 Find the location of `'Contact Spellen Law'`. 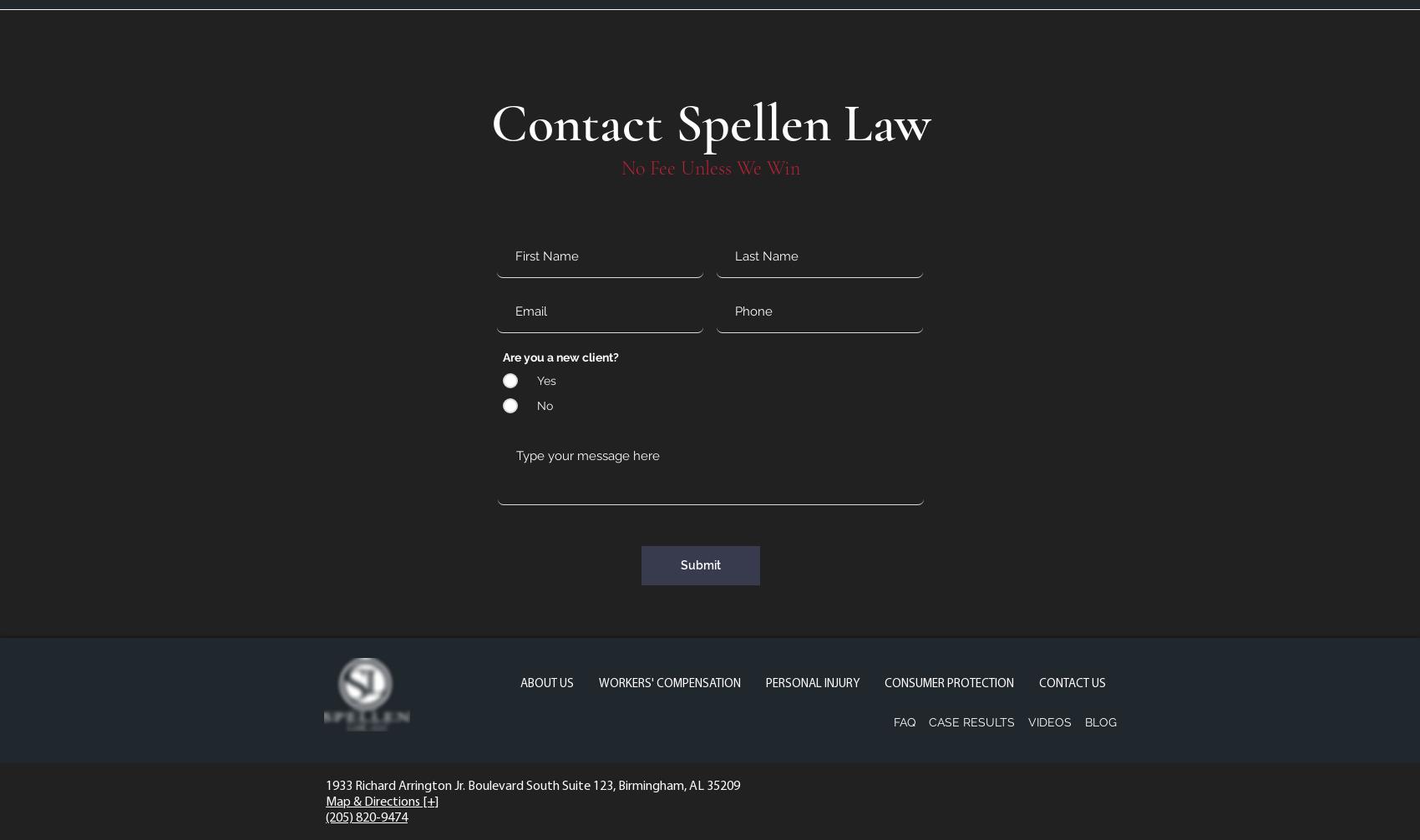

'Contact Spellen Law' is located at coordinates (710, 123).